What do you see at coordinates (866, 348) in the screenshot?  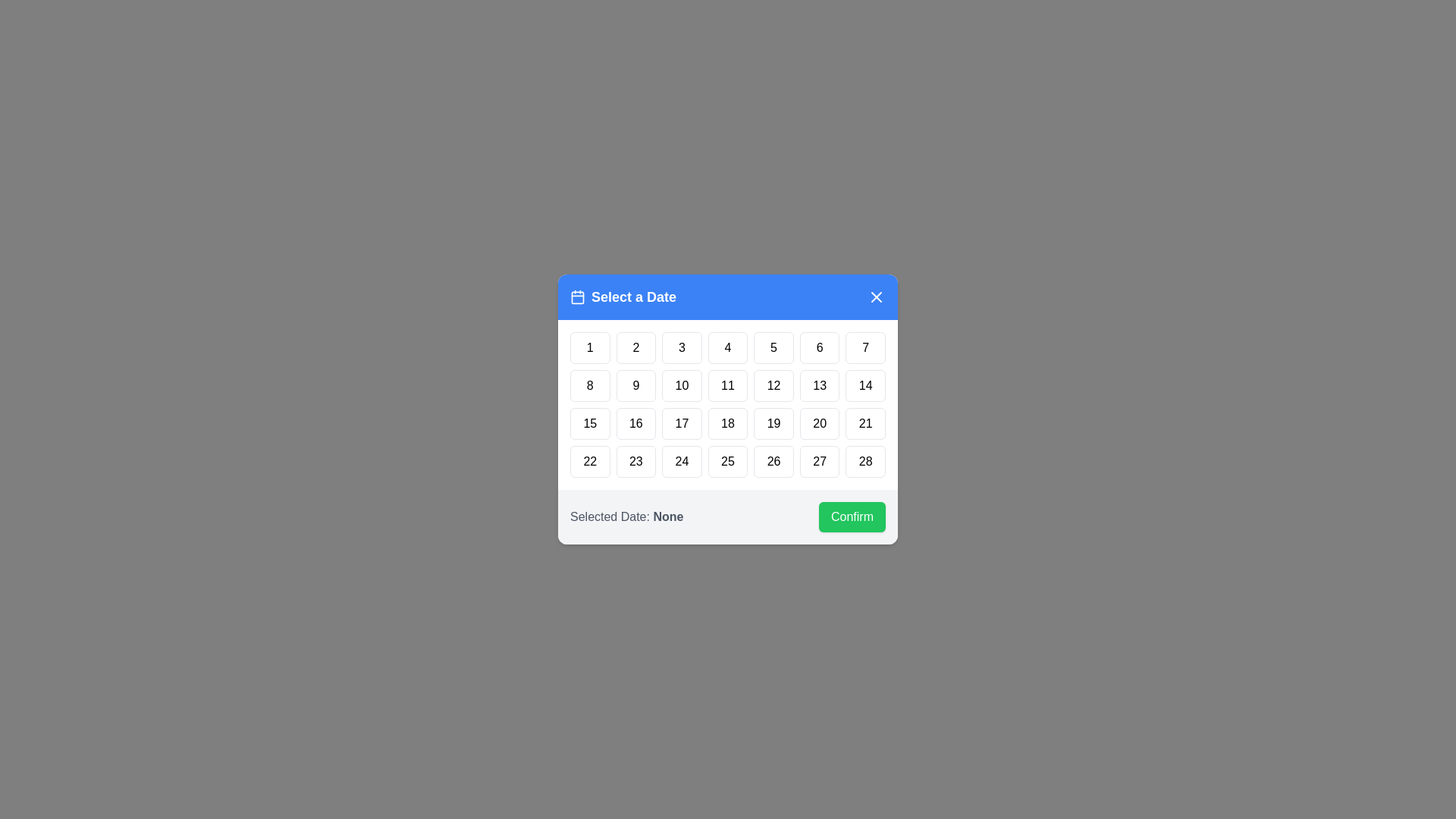 I see `the day button labeled 7 to highlight it` at bounding box center [866, 348].